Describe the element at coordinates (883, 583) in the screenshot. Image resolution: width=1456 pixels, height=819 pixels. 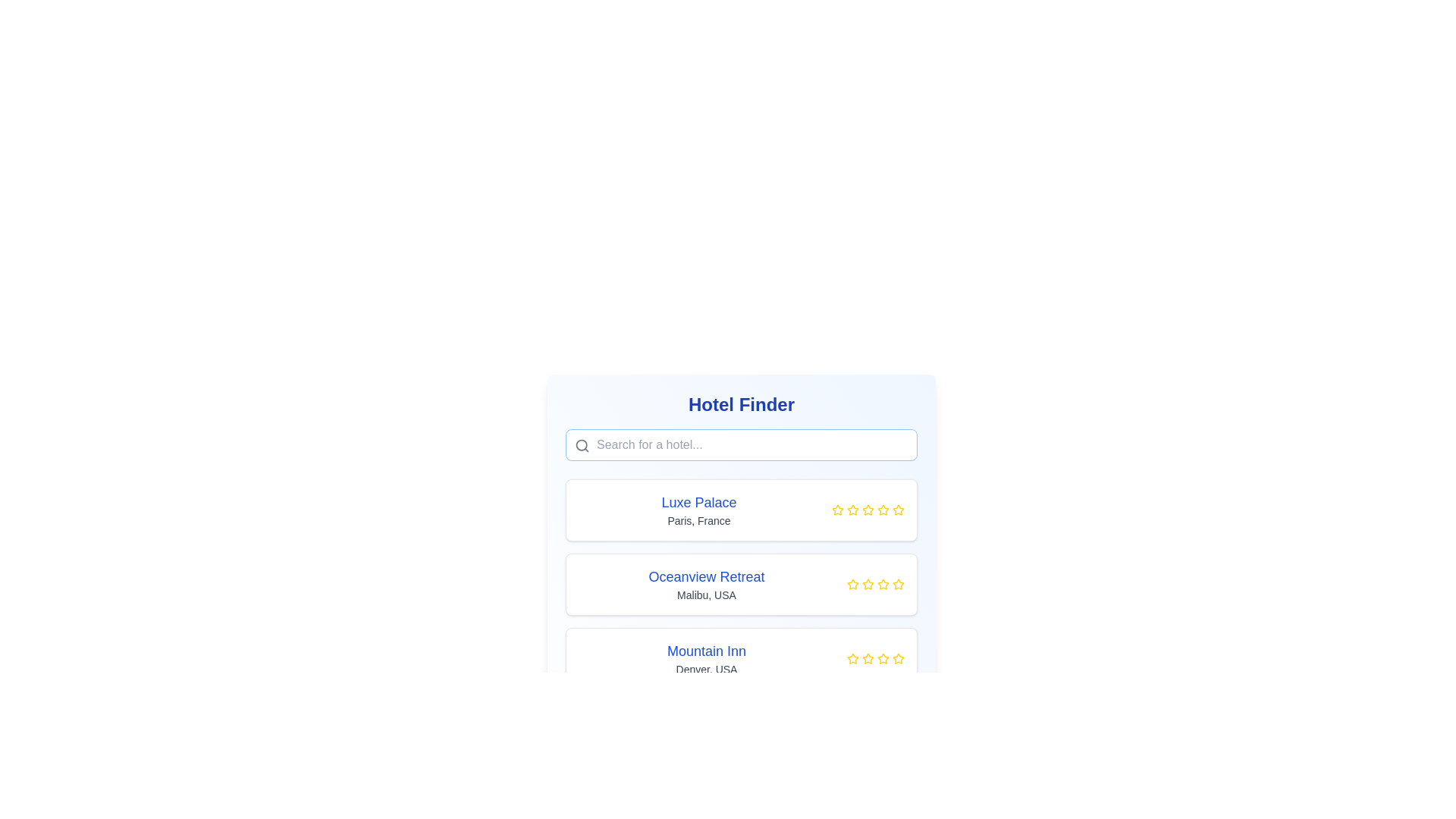
I see `the third star icon in the rating system for the 'Oceanview Retreat, Malibu, USA' hotel` at that location.